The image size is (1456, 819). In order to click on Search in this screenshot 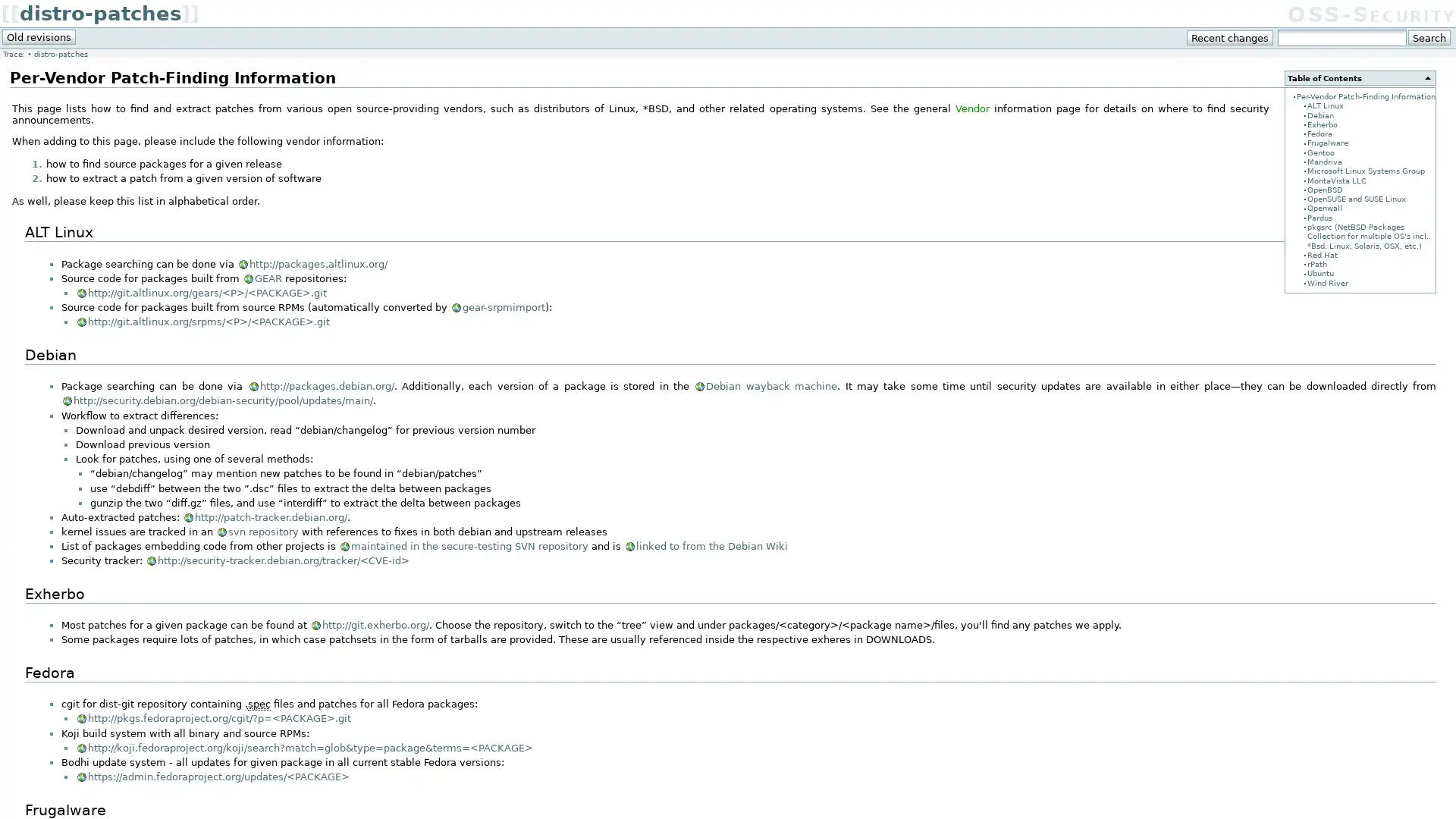, I will do `click(1428, 37)`.